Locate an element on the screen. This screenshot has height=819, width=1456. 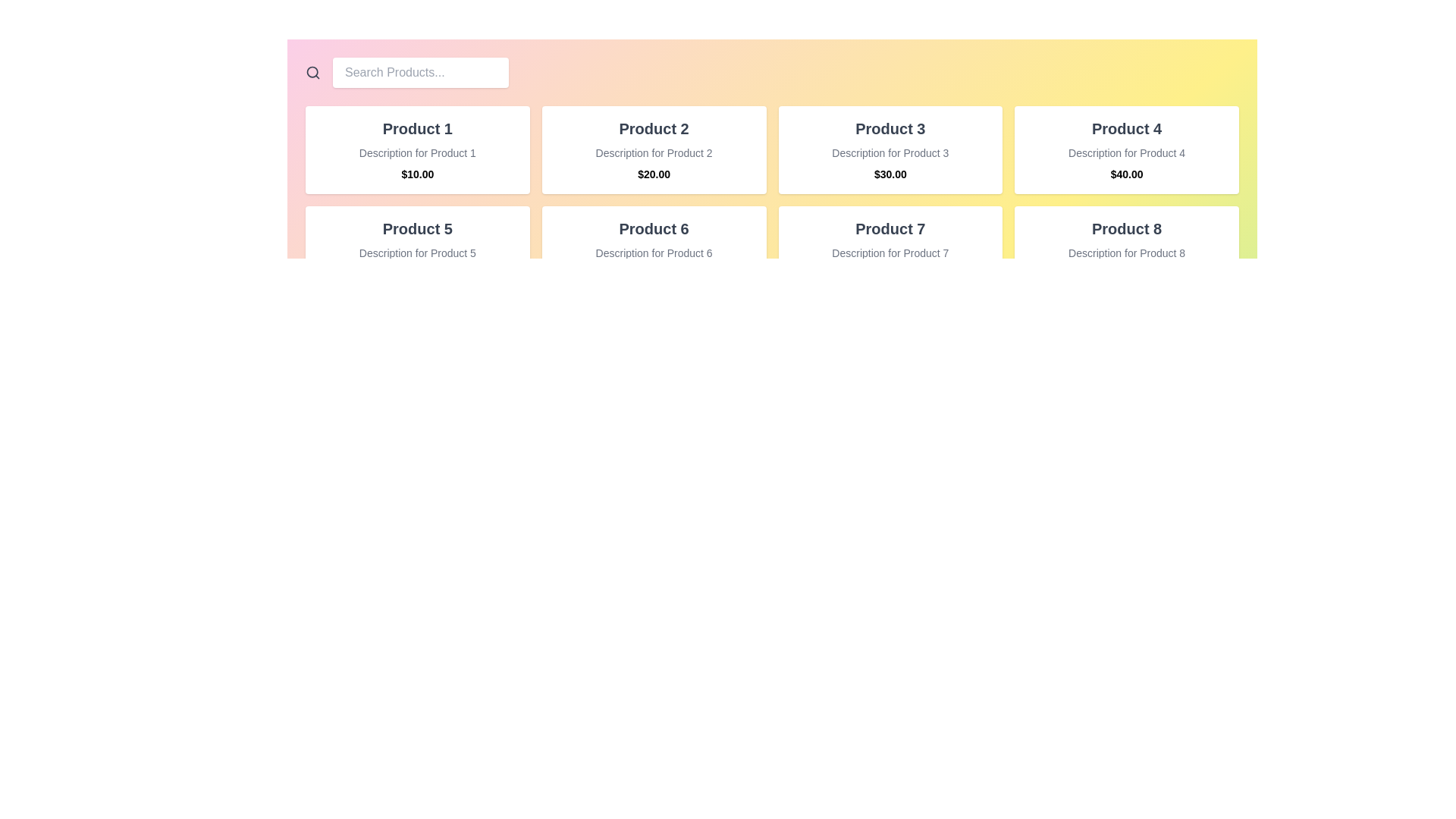
the Text label providing a brief description of 'Product 6', which is positioned between the title 'Product 6' and the price '$60.00' is located at coordinates (654, 253).